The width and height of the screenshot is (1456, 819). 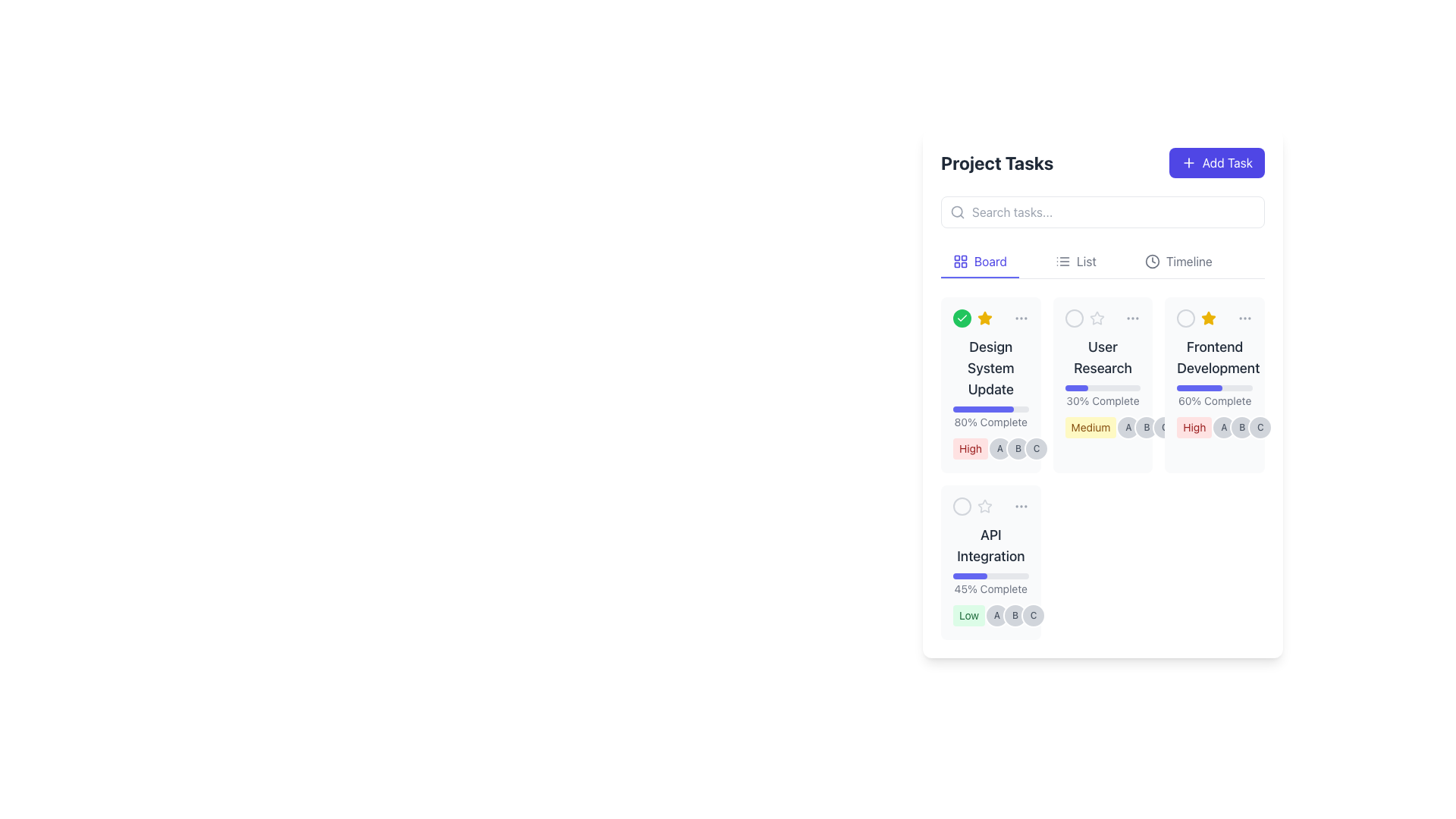 I want to click on progress bar segment indicating a 30% completion status for the task item labeled 'User Research' for its style attributes, so click(x=1075, y=388).